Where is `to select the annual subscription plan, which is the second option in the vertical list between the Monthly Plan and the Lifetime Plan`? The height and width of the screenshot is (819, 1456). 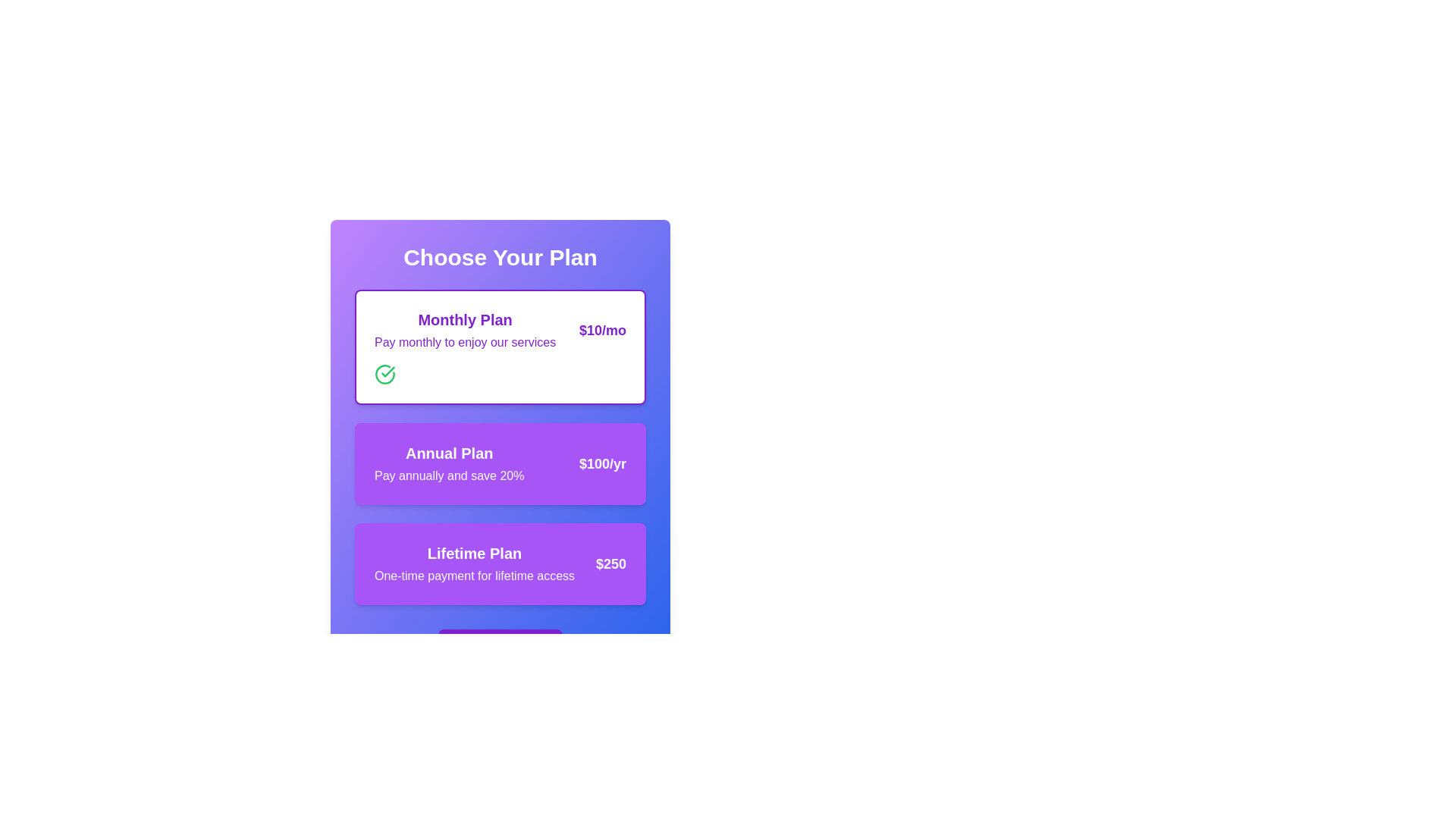 to select the annual subscription plan, which is the second option in the vertical list between the Monthly Plan and the Lifetime Plan is located at coordinates (500, 463).